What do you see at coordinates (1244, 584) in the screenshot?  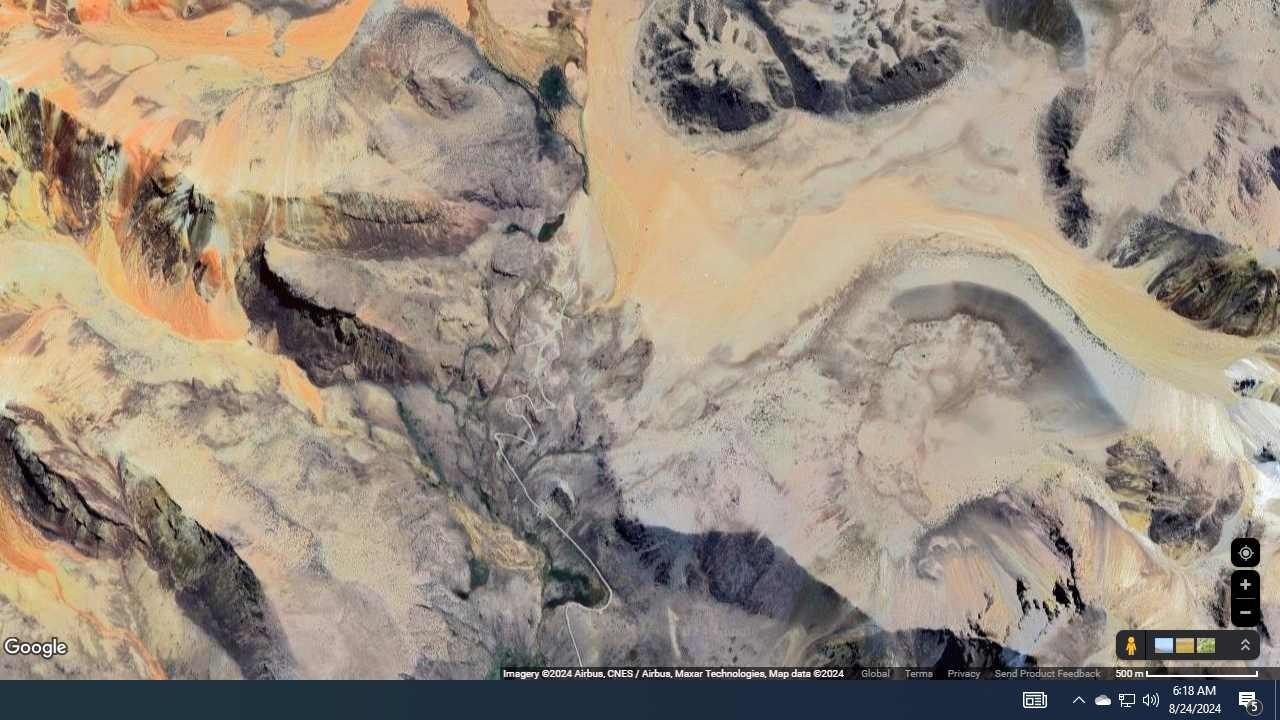 I see `'Zoom in'` at bounding box center [1244, 584].